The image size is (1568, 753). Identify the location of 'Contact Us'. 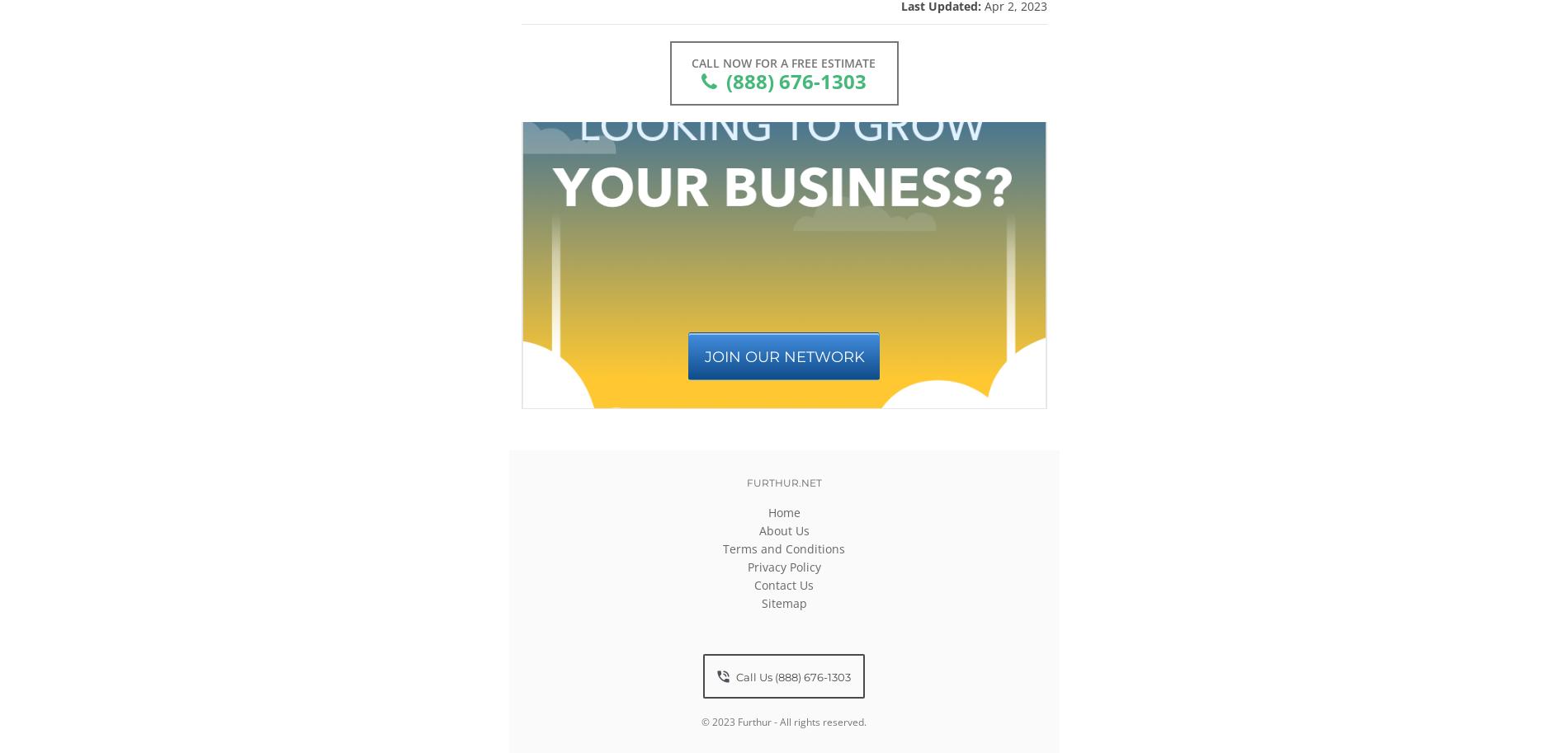
(784, 584).